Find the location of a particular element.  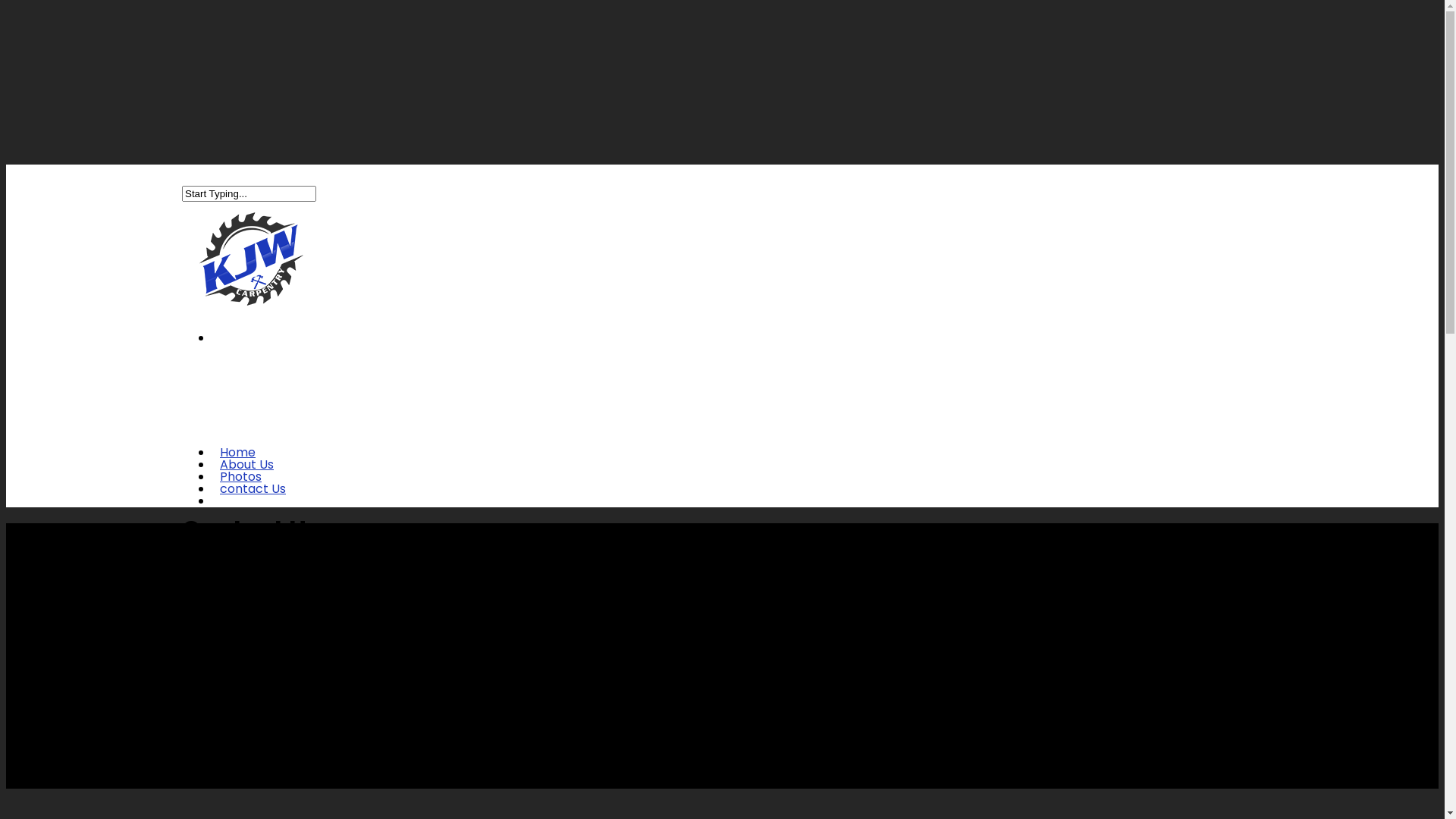

'Get a Quote' is located at coordinates (256, 511).